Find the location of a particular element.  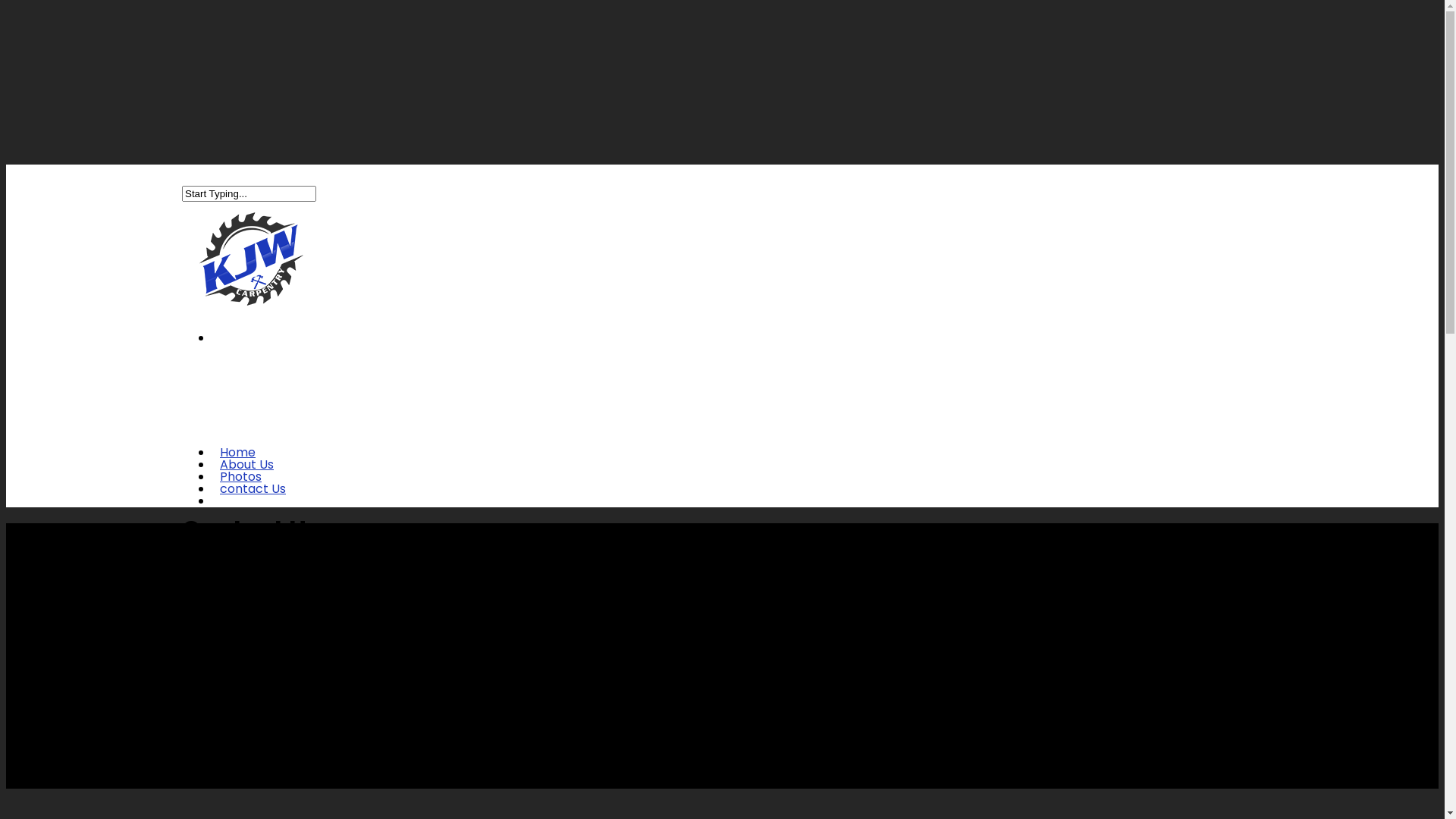

'Get a Quote' is located at coordinates (256, 511).